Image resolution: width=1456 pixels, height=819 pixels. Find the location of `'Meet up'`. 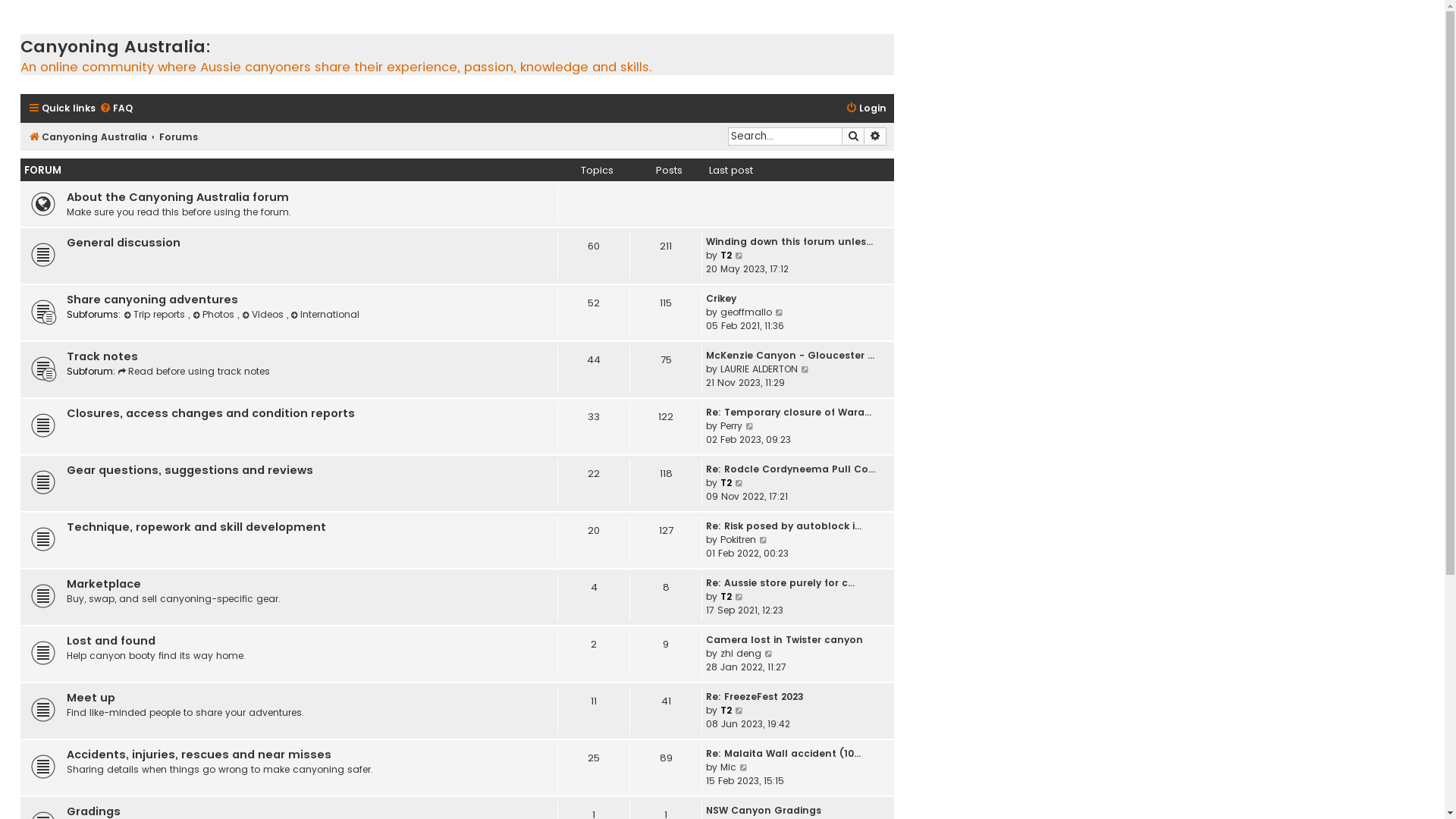

'Meet up' is located at coordinates (90, 698).